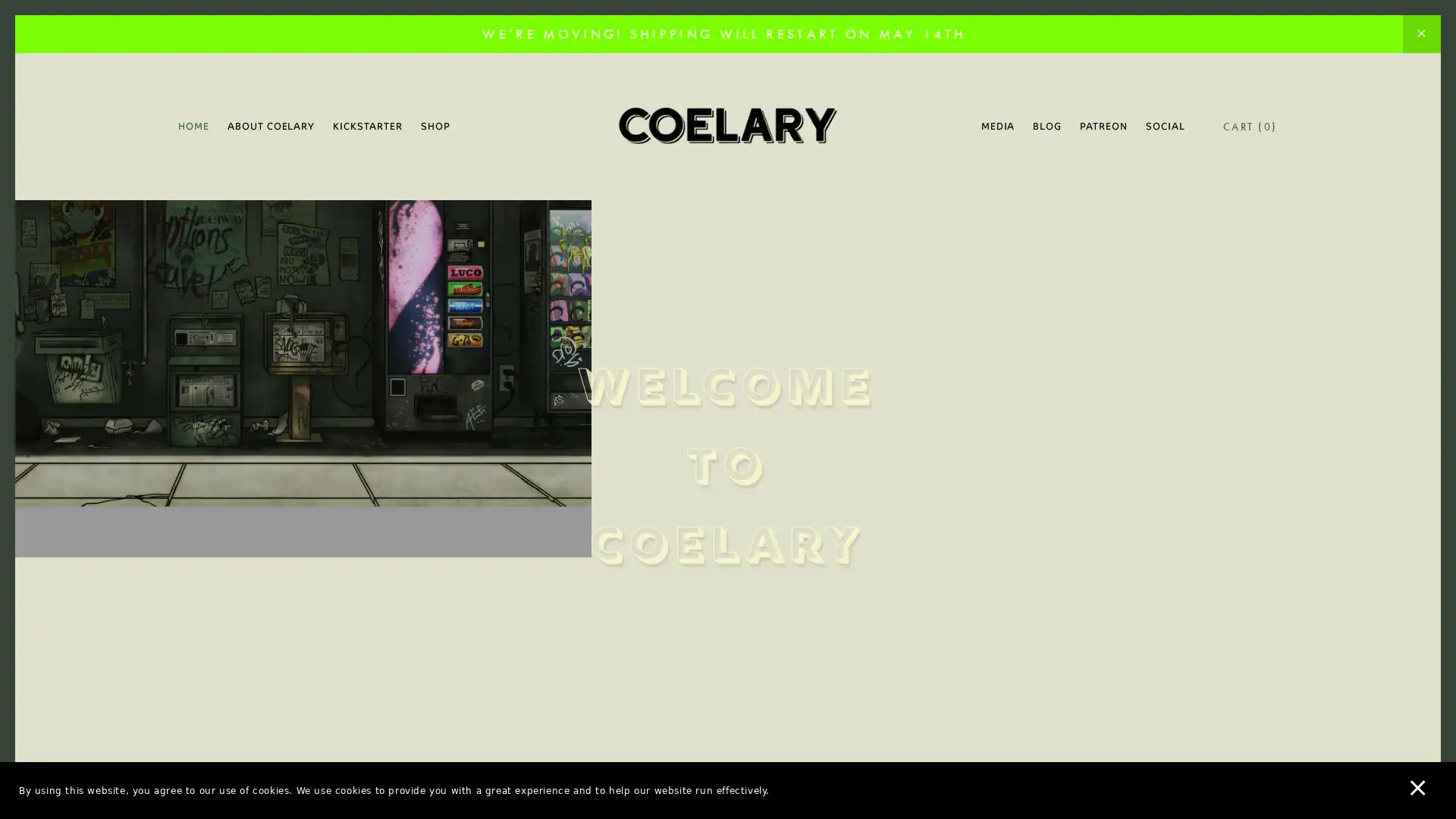 The height and width of the screenshot is (819, 1456). What do you see at coordinates (870, 526) in the screenshot?
I see `Subscribe` at bounding box center [870, 526].